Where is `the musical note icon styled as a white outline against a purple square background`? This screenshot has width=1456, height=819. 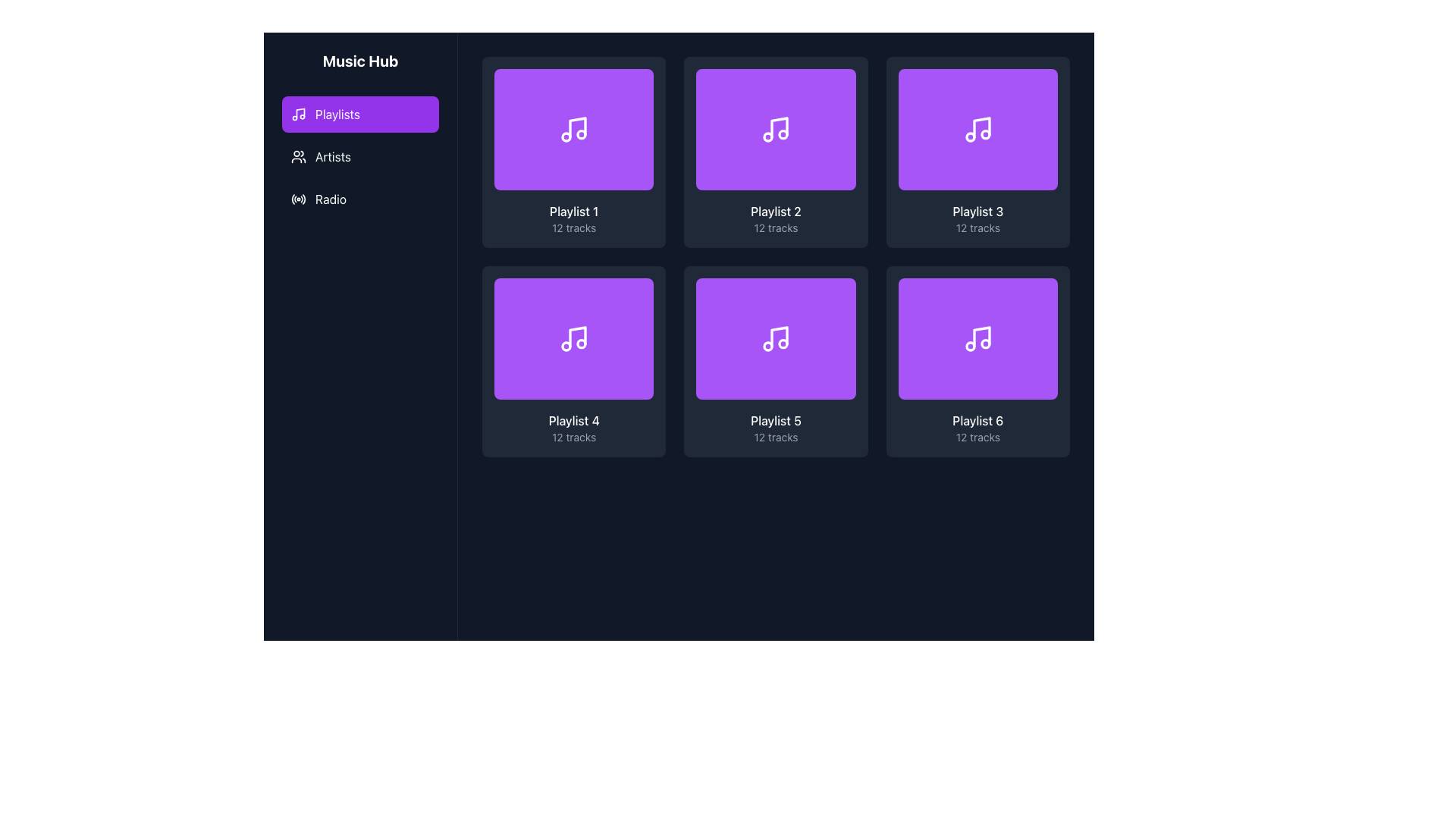
the musical note icon styled as a white outline against a purple square background is located at coordinates (977, 338).